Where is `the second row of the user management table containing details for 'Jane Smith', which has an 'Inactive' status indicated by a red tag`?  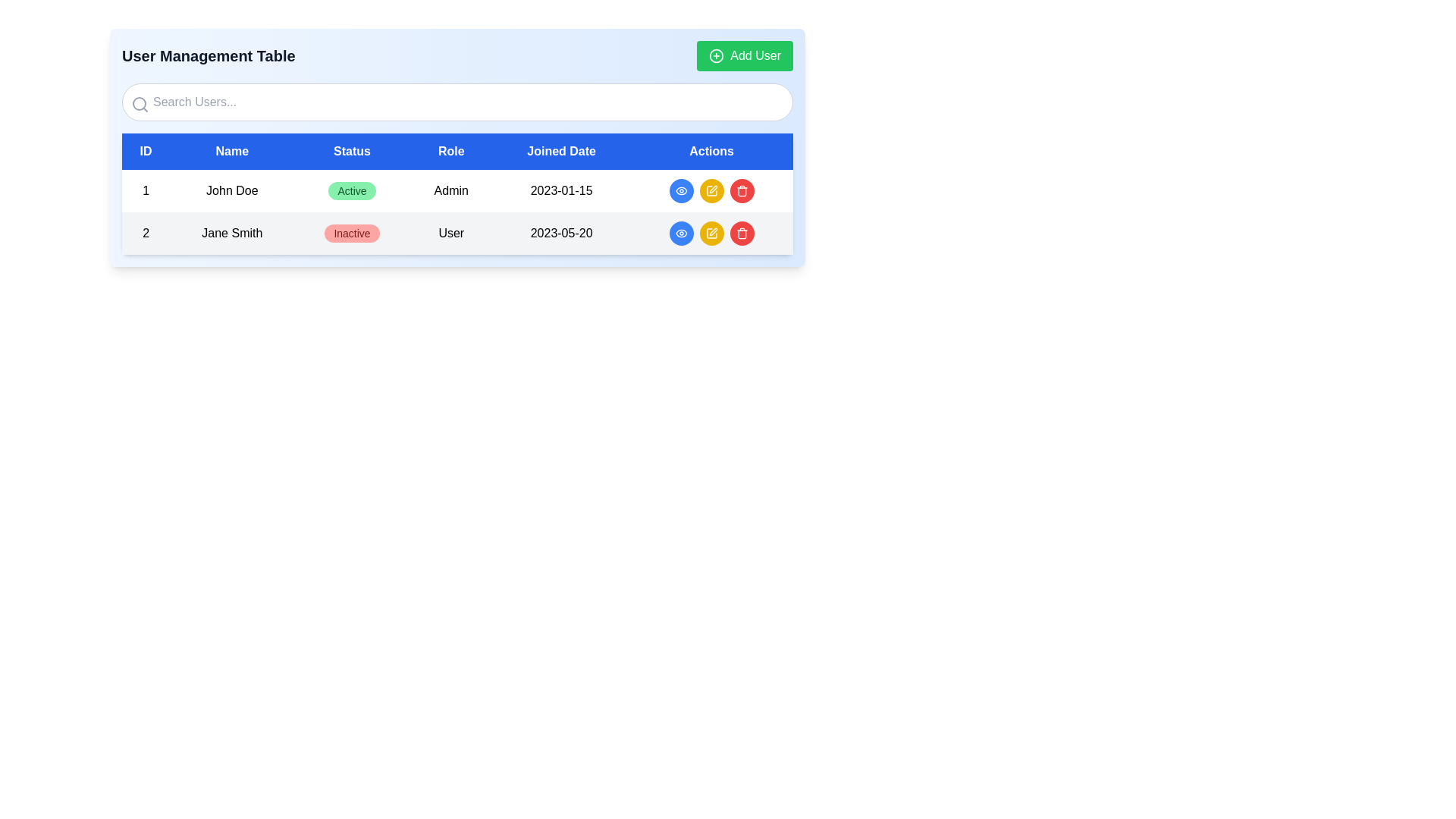 the second row of the user management table containing details for 'Jane Smith', which has an 'Inactive' status indicated by a red tag is located at coordinates (457, 234).